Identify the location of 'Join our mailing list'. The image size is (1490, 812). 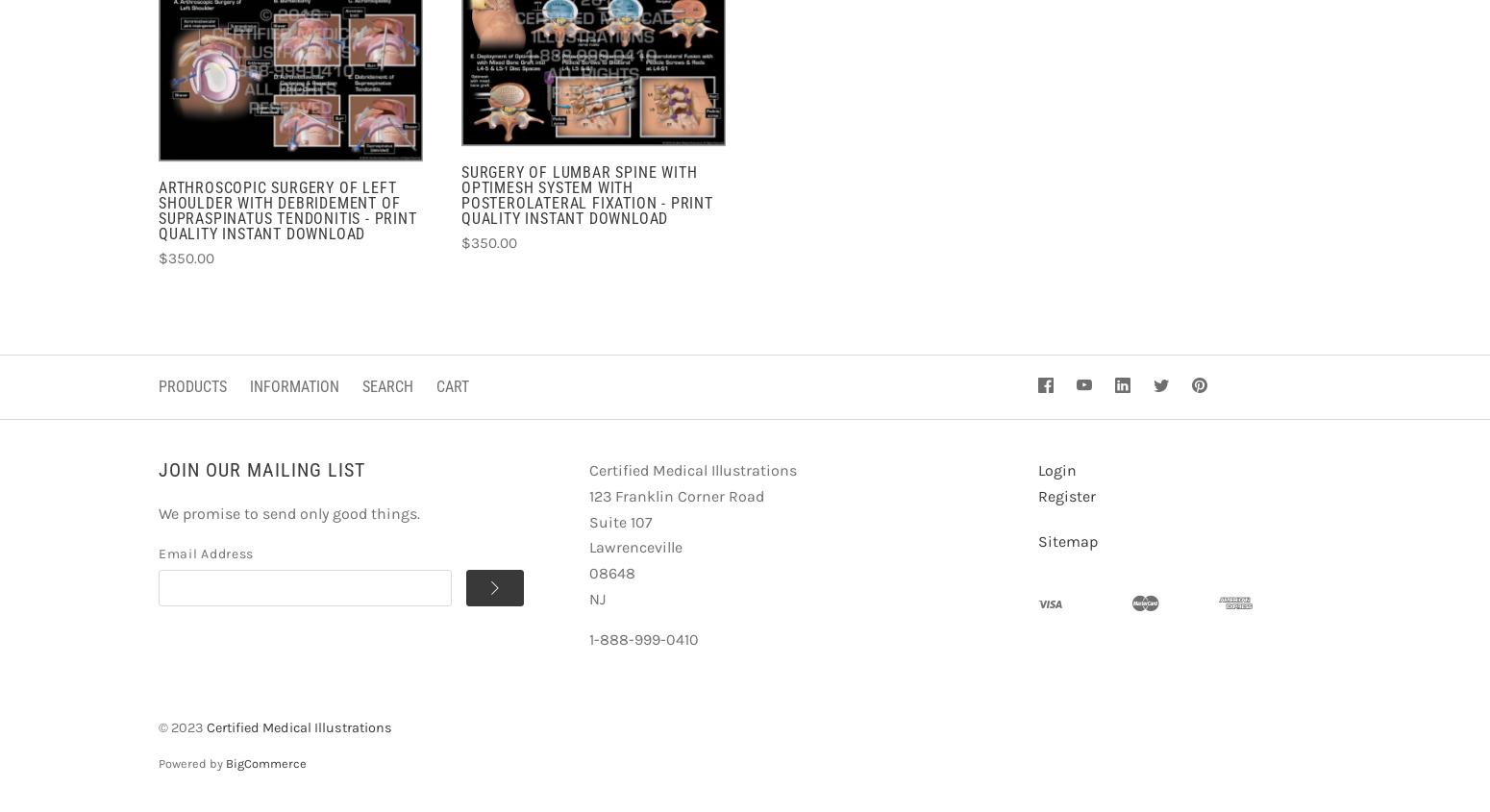
(158, 470).